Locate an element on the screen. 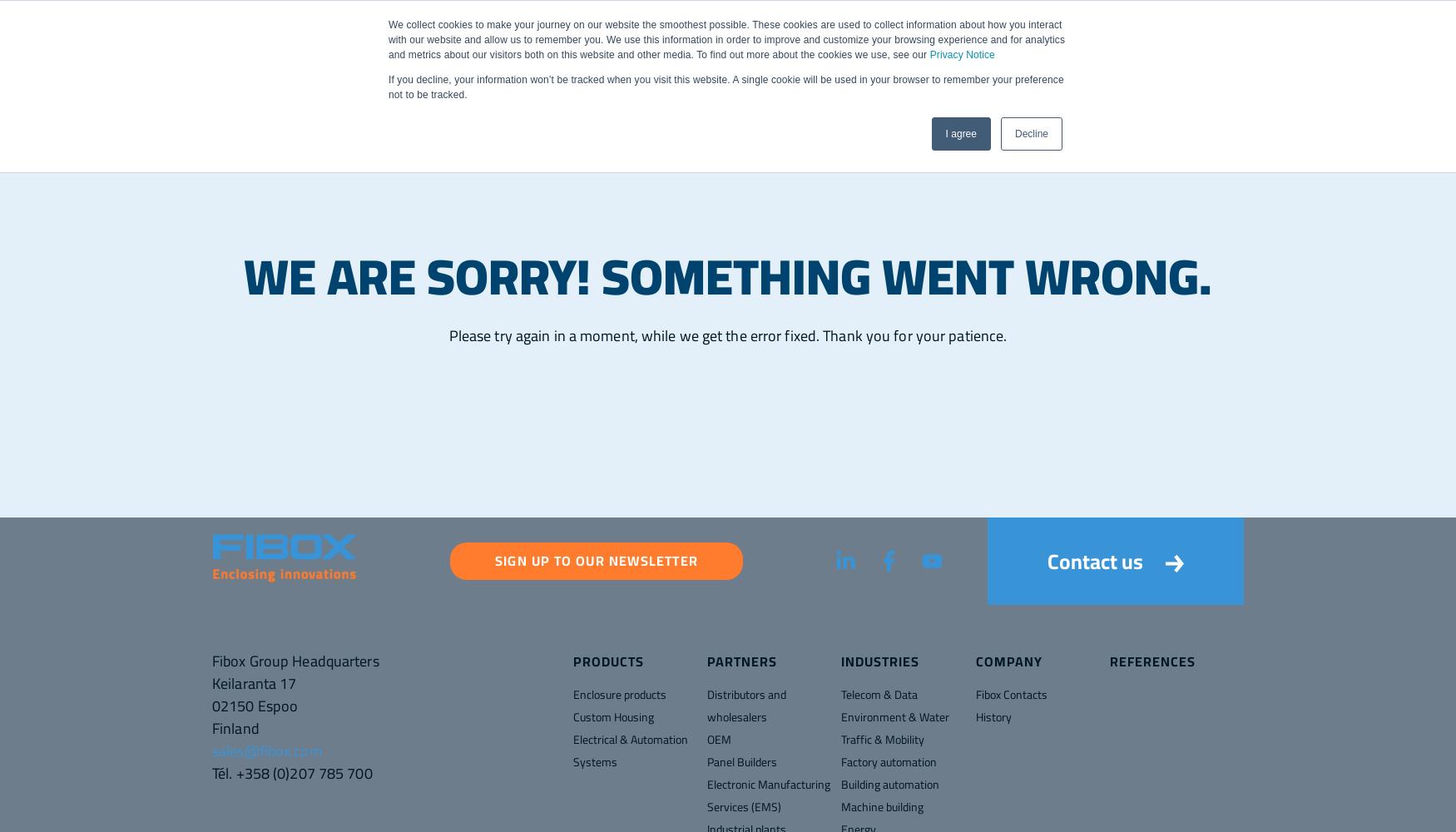  'Fibox Group Headquarters' is located at coordinates (295, 660).